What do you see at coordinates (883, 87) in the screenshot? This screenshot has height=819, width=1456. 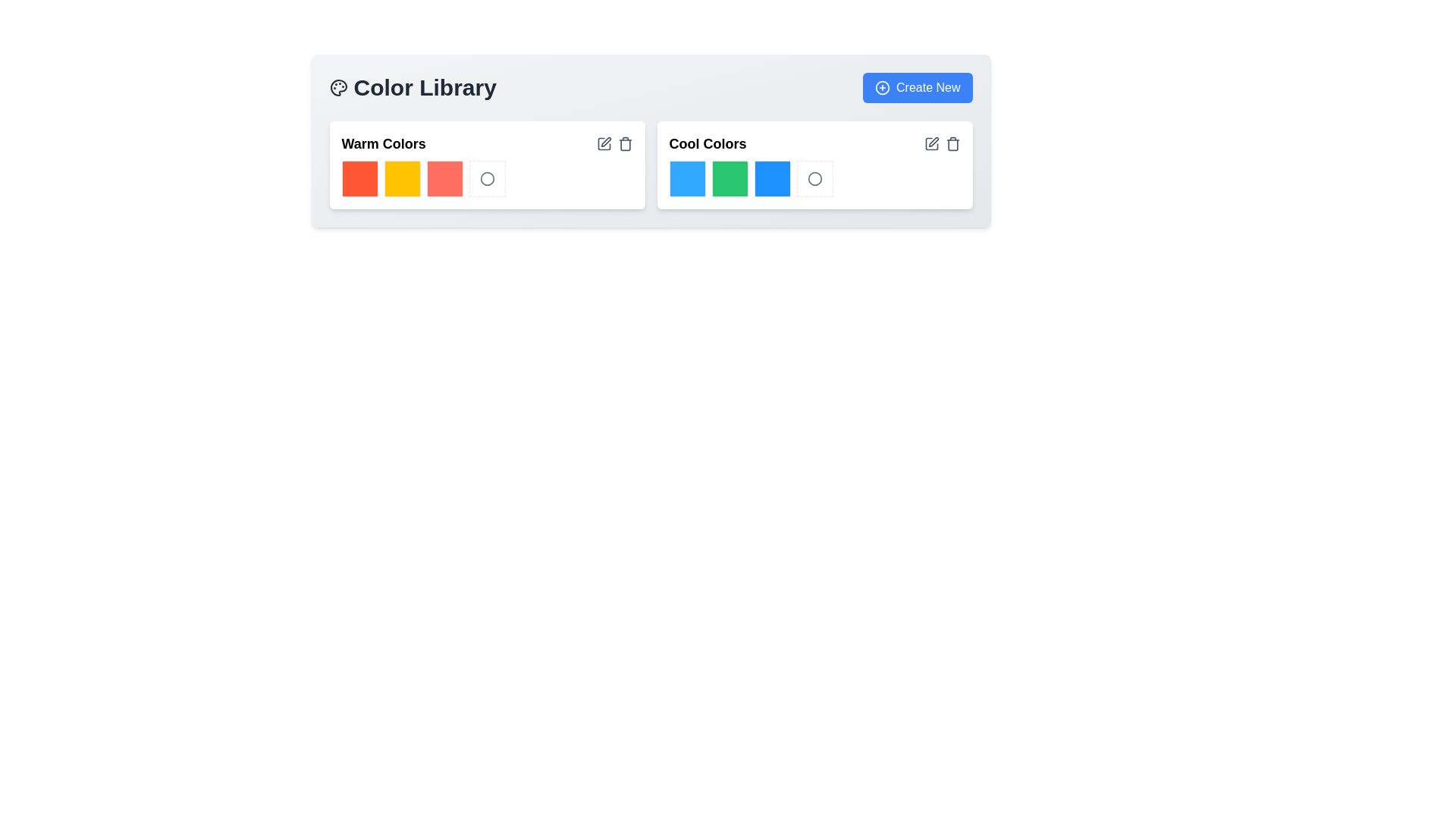 I see `the circular icon with a plus sign in the center, located to the left of the 'Create New' button in the upper right corner of the interface` at bounding box center [883, 87].